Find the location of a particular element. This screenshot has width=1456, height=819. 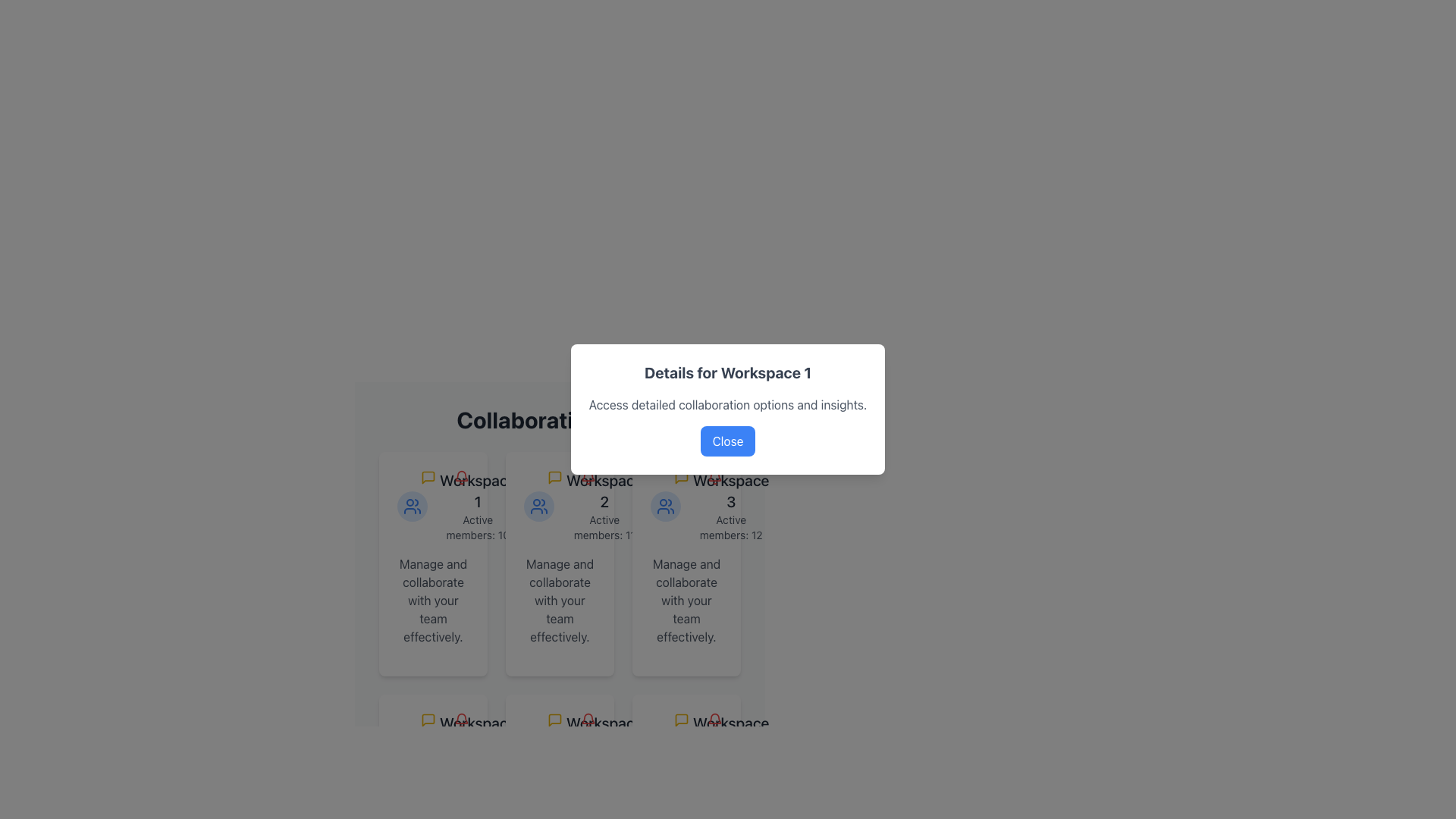

the communication icon located in the middle slot of the bottom row of workspace cards is located at coordinates (554, 719).